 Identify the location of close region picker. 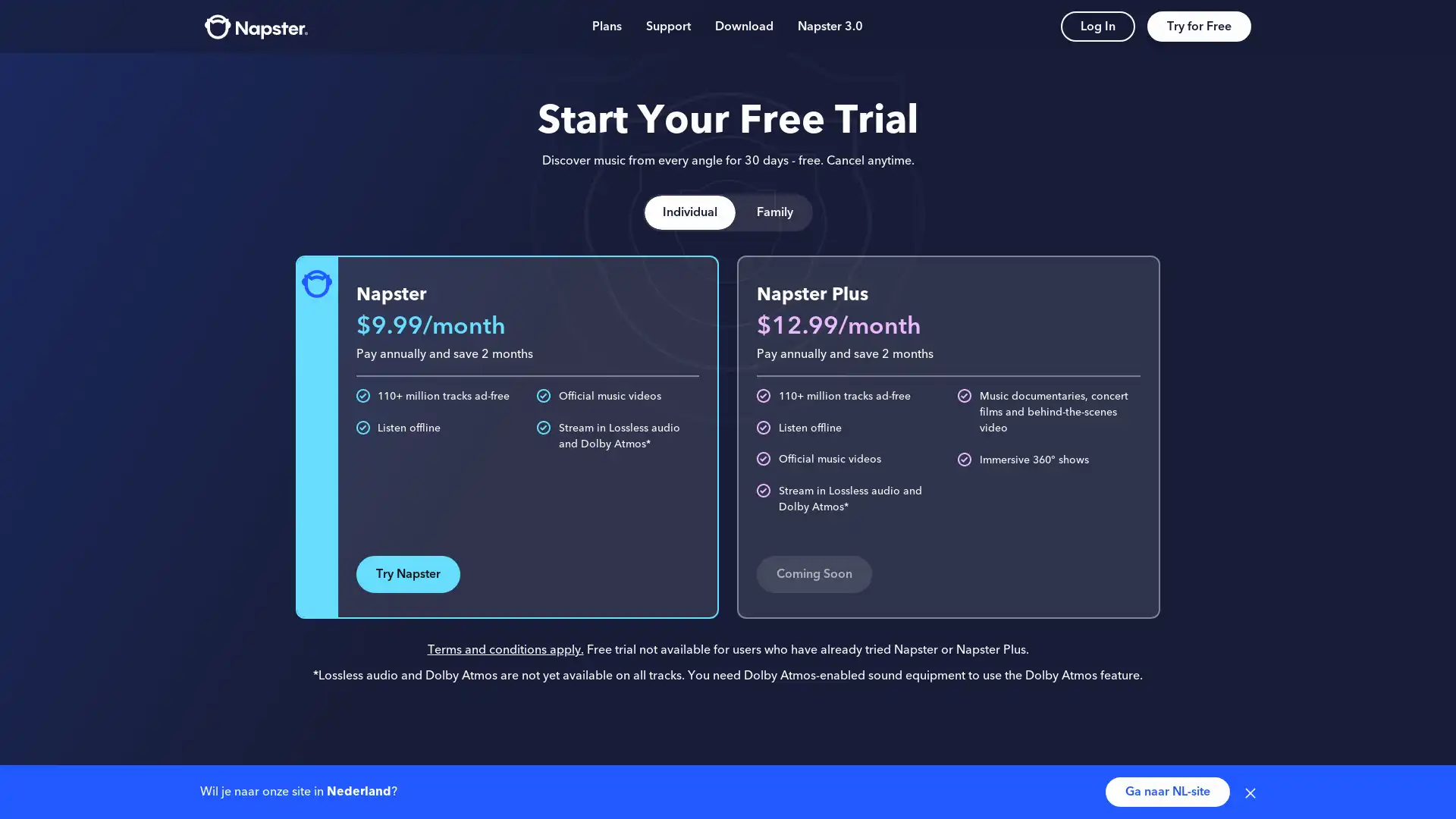
(1250, 791).